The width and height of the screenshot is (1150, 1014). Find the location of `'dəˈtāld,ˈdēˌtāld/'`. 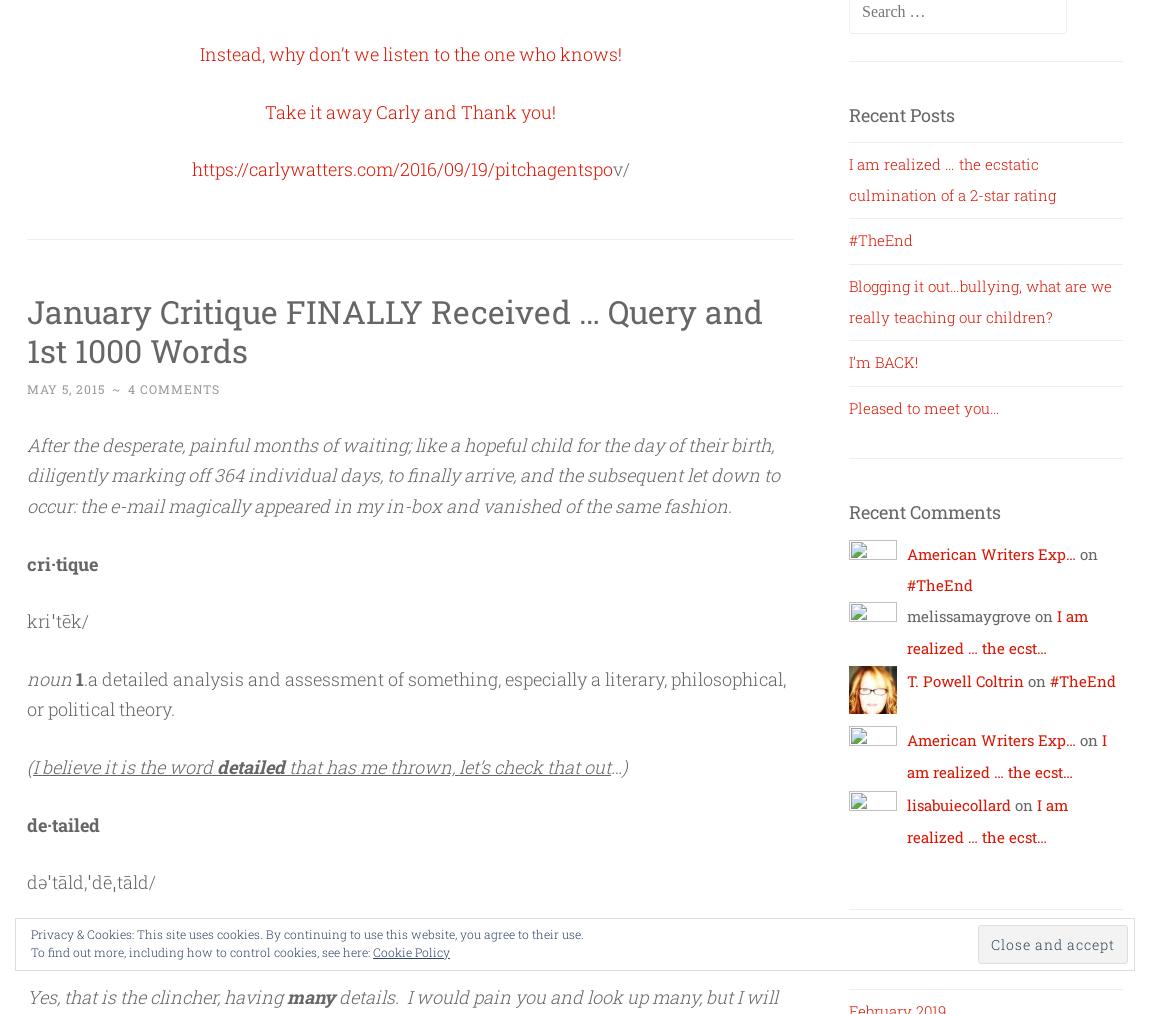

'dəˈtāld,ˈdēˌtāld/' is located at coordinates (90, 880).